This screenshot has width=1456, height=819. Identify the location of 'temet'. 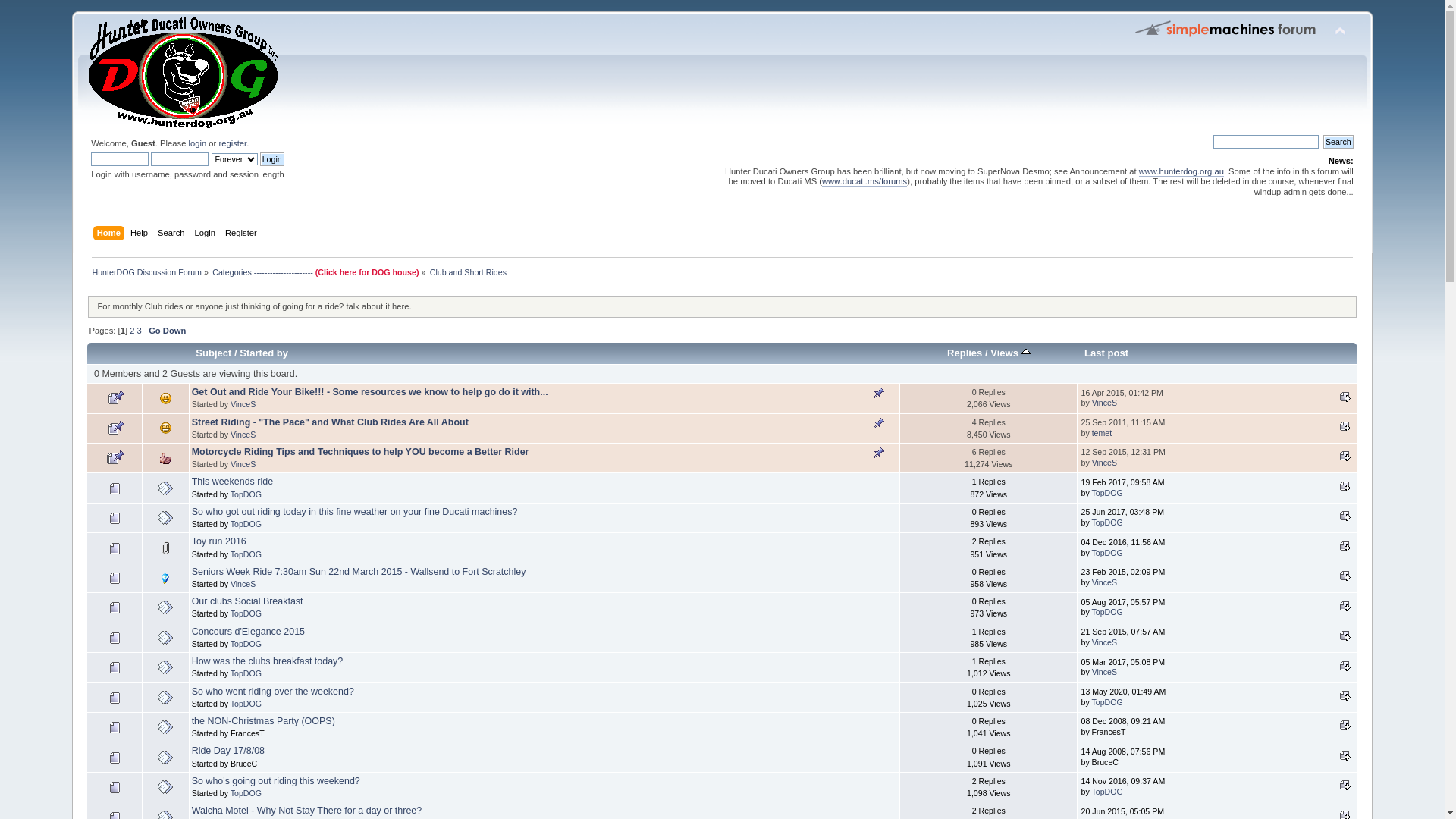
(1102, 432).